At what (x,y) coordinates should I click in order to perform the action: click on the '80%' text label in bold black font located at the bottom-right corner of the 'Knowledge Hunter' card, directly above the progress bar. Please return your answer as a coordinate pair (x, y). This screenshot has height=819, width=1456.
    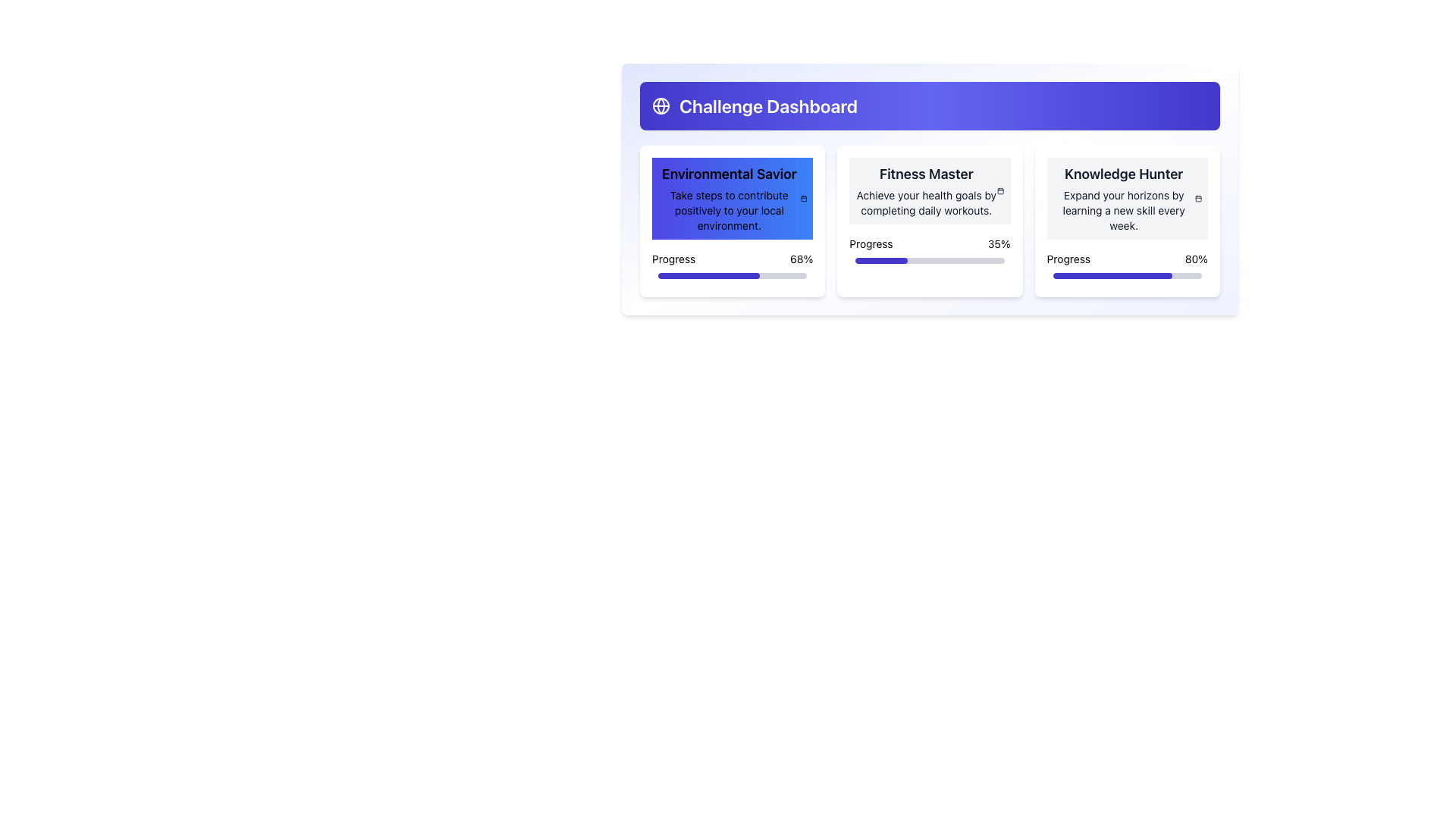
    Looking at the image, I should click on (1195, 259).